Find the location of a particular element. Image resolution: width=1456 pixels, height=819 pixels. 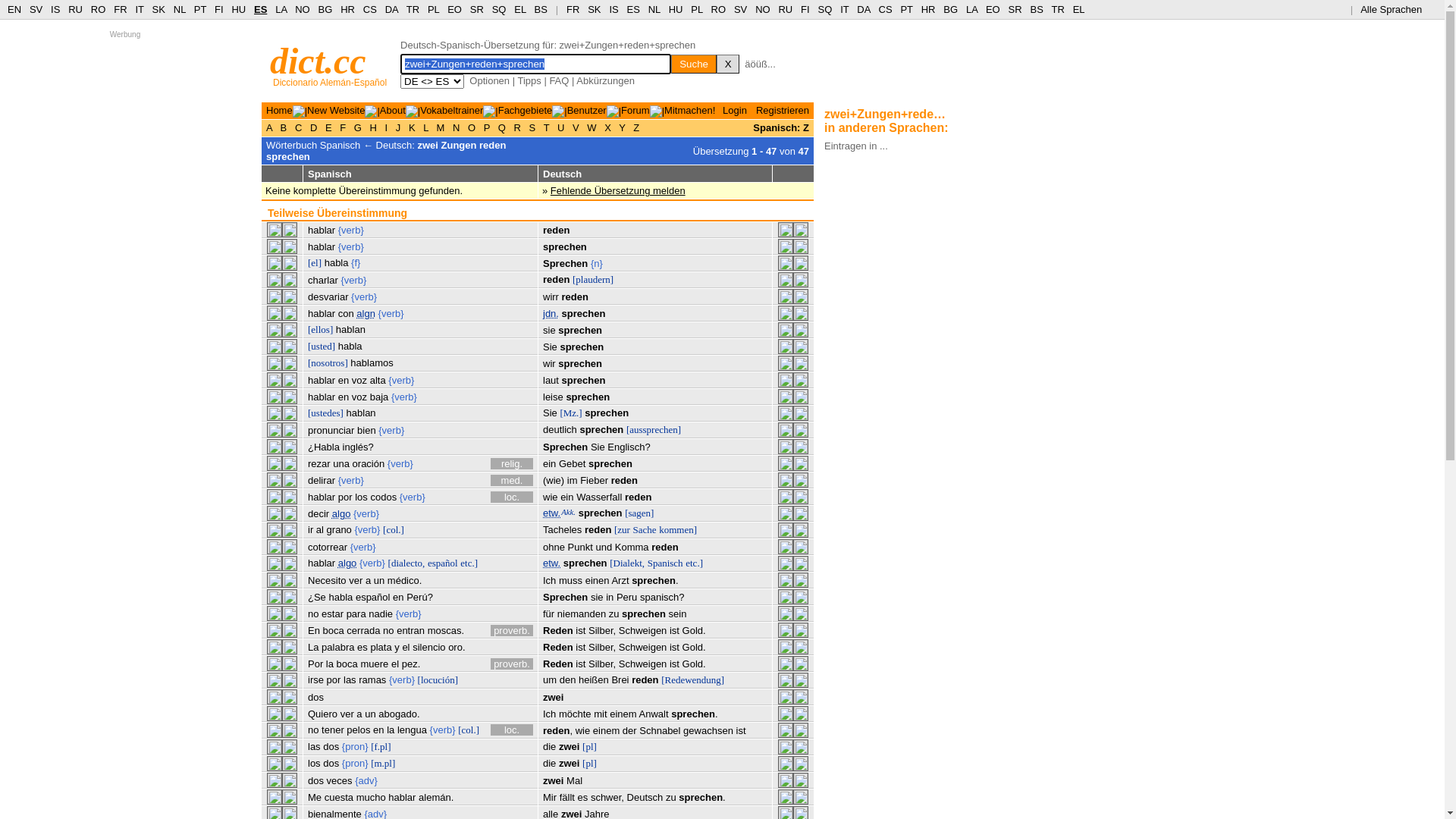

'Optionen' is located at coordinates (469, 80).